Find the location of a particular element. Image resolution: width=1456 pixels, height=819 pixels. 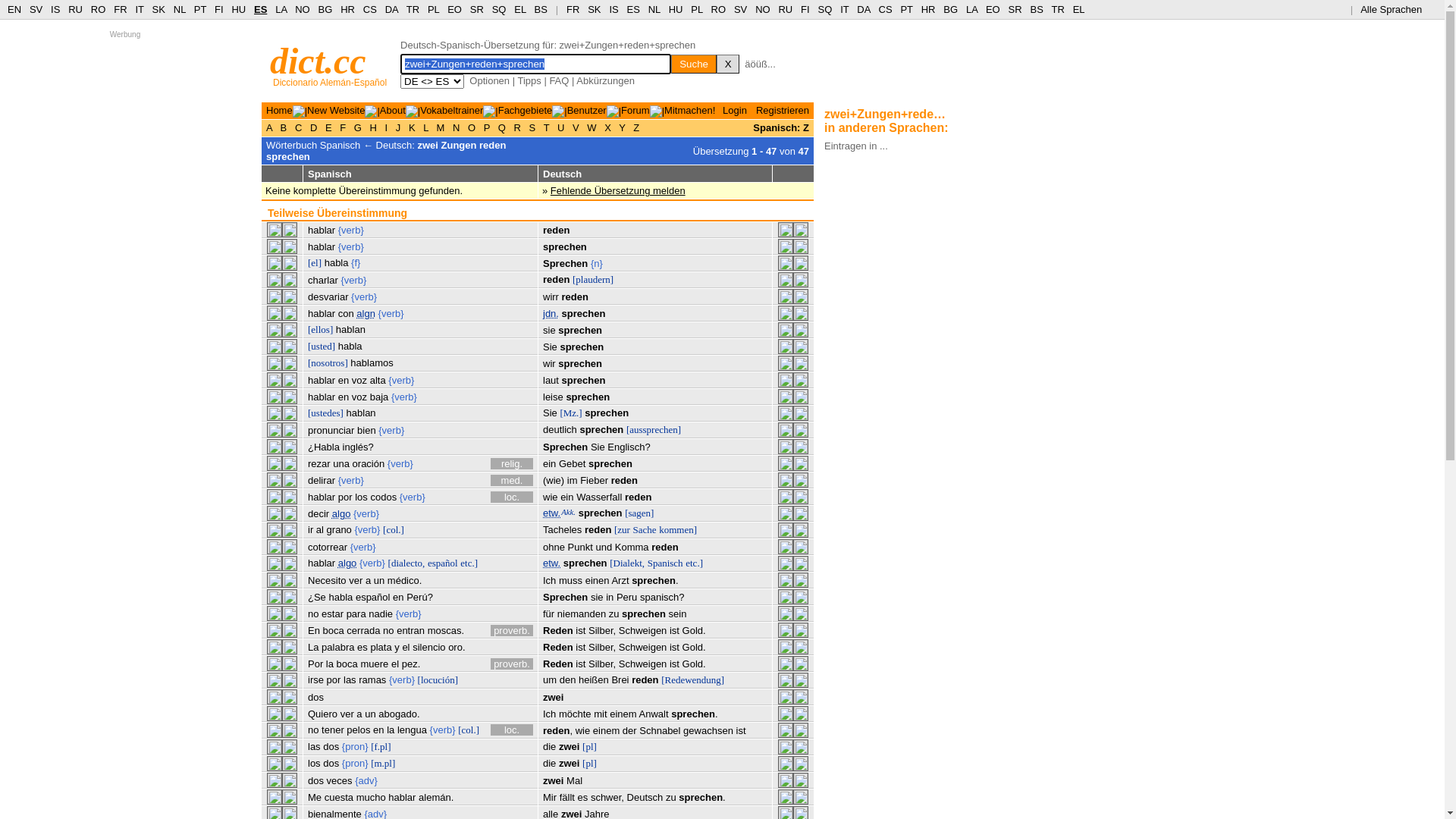

'Optionen' is located at coordinates (469, 80).